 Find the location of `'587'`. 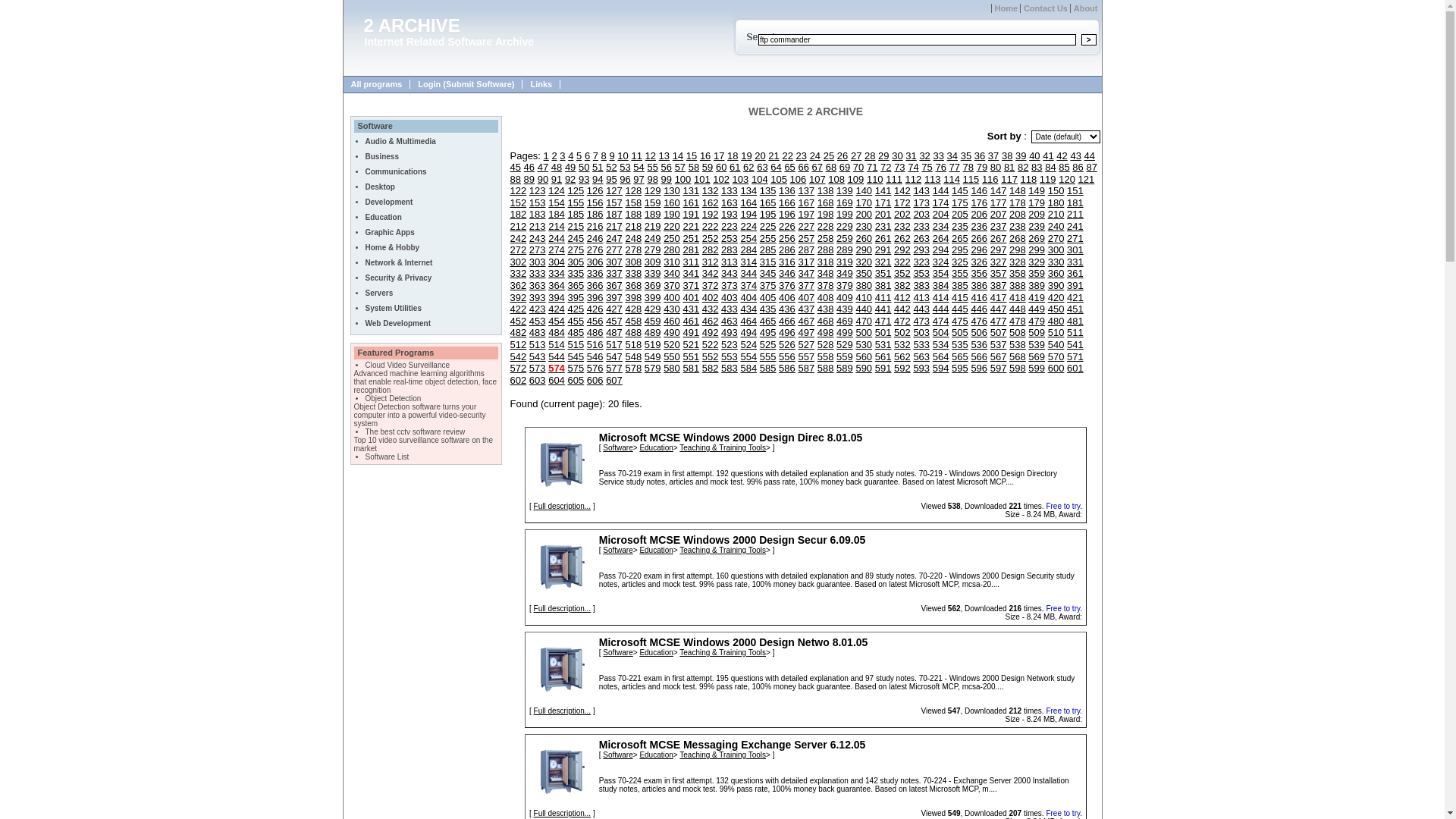

'587' is located at coordinates (805, 368).